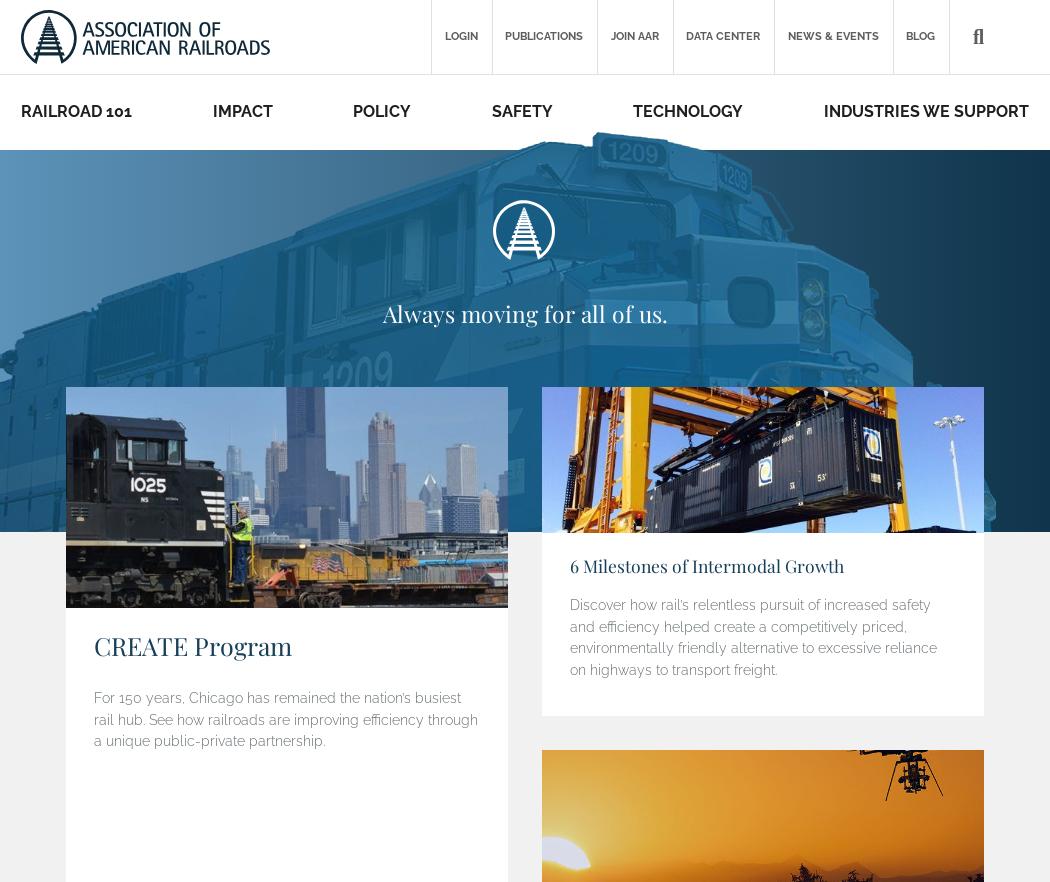 The height and width of the screenshot is (882, 1050). What do you see at coordinates (283, 719) in the screenshot?
I see `'For 150 years, Chicago has remained the nation’s busiest rail hub. See how railroads are improving efficiency through a unique public-private partnership.'` at bounding box center [283, 719].